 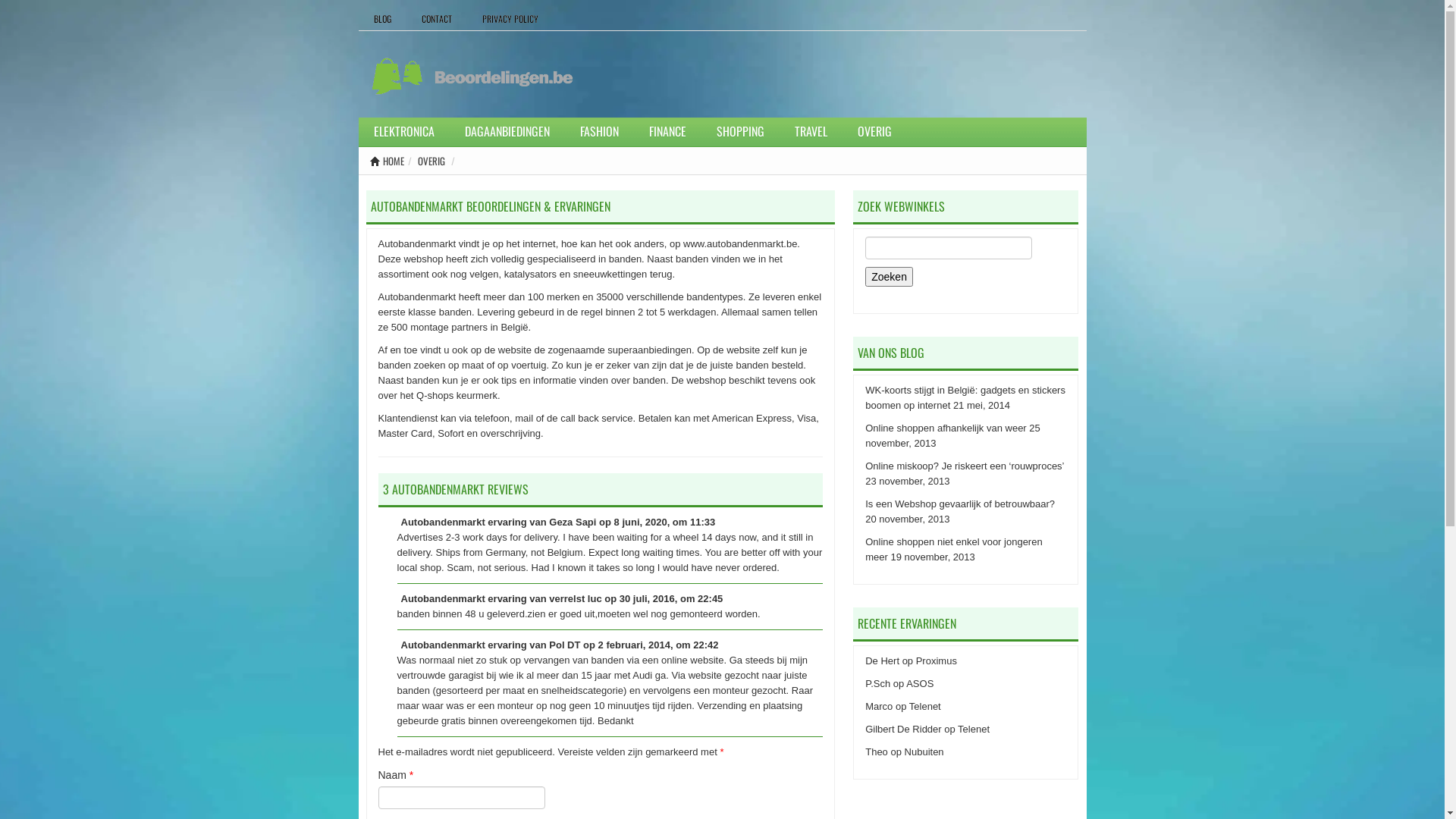 I want to click on 'DAGAANBIEDINGEN', so click(x=506, y=130).